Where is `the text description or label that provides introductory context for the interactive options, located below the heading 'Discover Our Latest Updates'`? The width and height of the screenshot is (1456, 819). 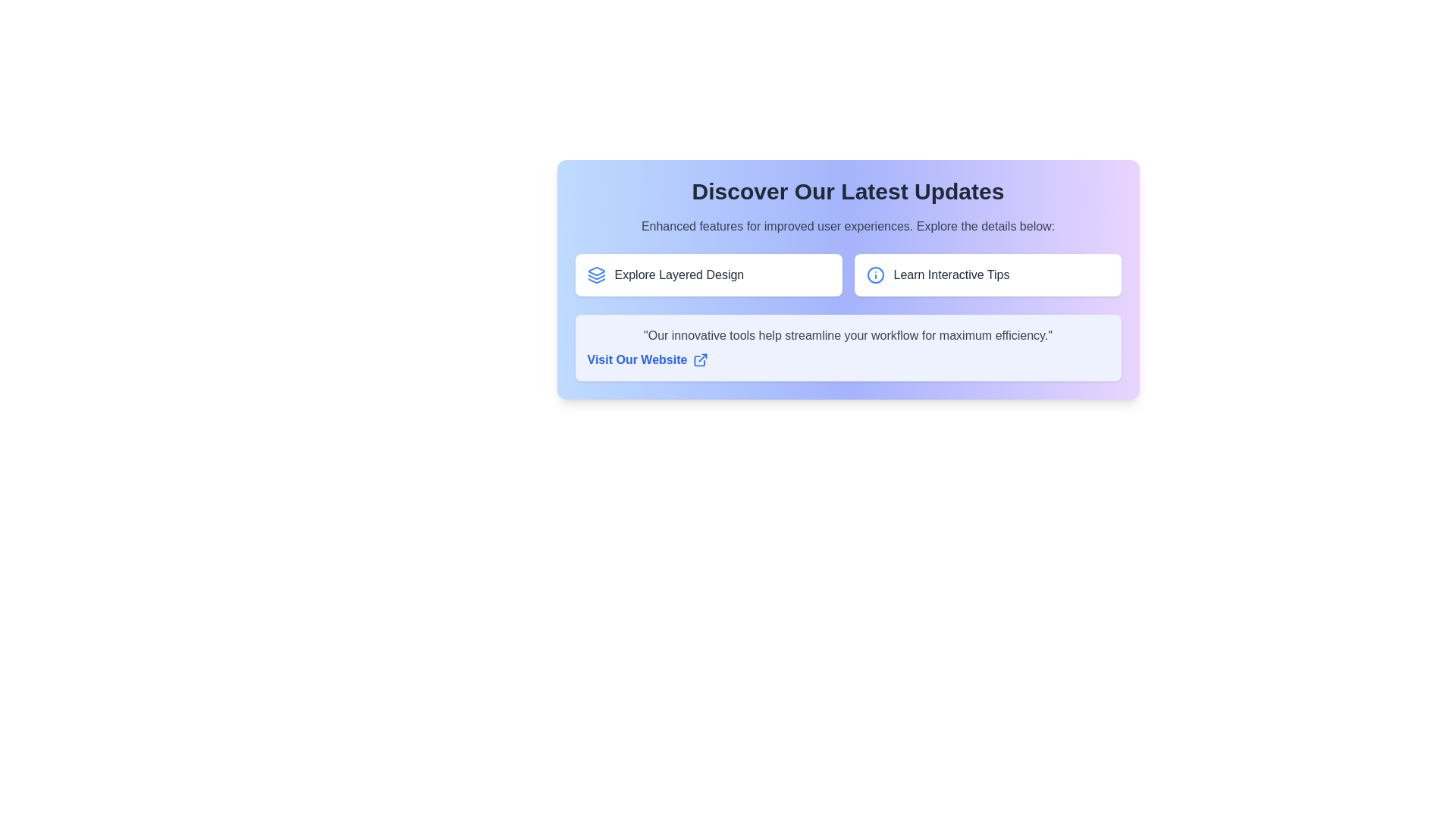
the text description or label that provides introductory context for the interactive options, located below the heading 'Discover Our Latest Updates' is located at coordinates (847, 227).